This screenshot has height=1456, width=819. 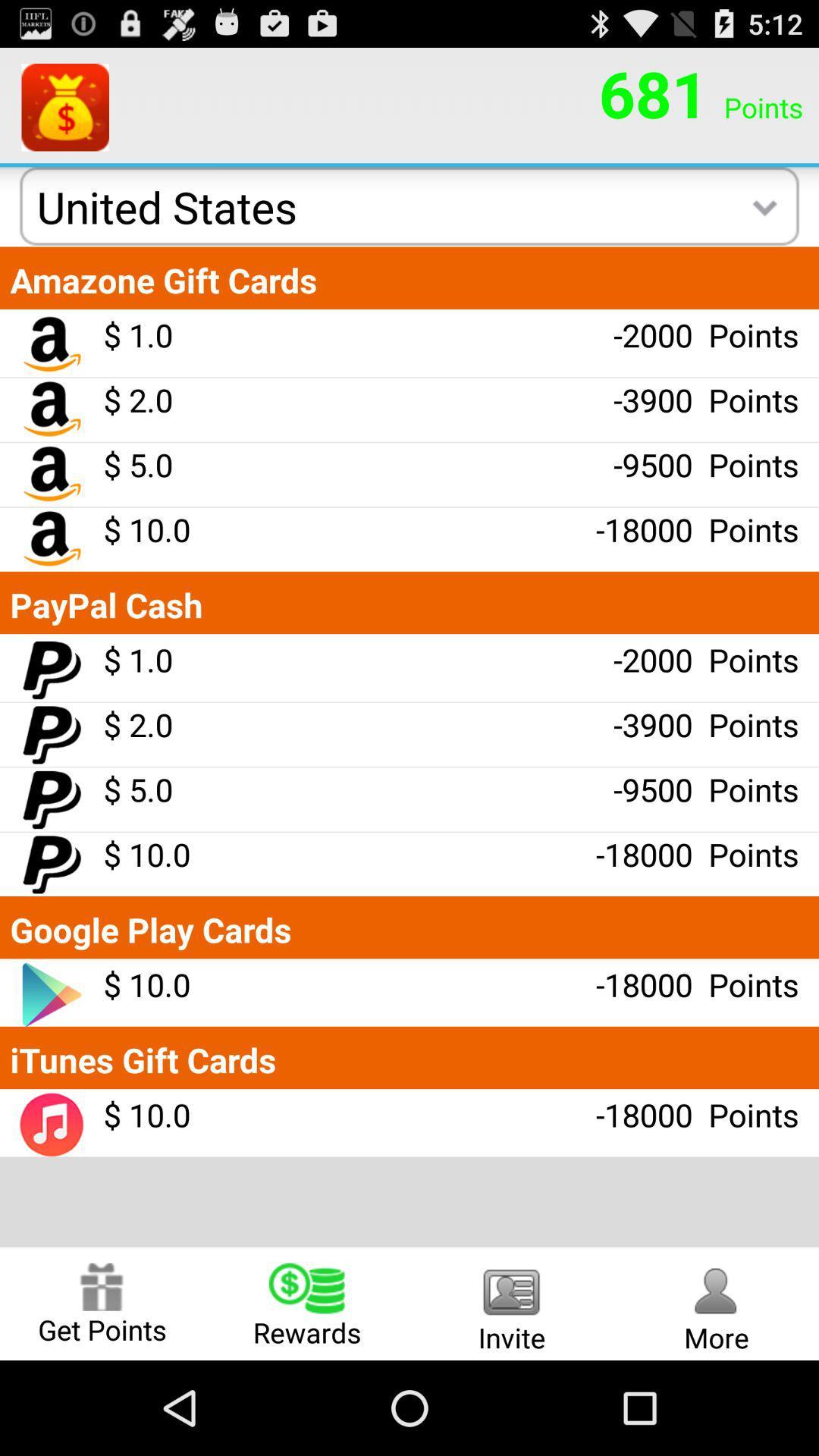 What do you see at coordinates (717, 1303) in the screenshot?
I see `the radio button to the right of the invite radio button` at bounding box center [717, 1303].